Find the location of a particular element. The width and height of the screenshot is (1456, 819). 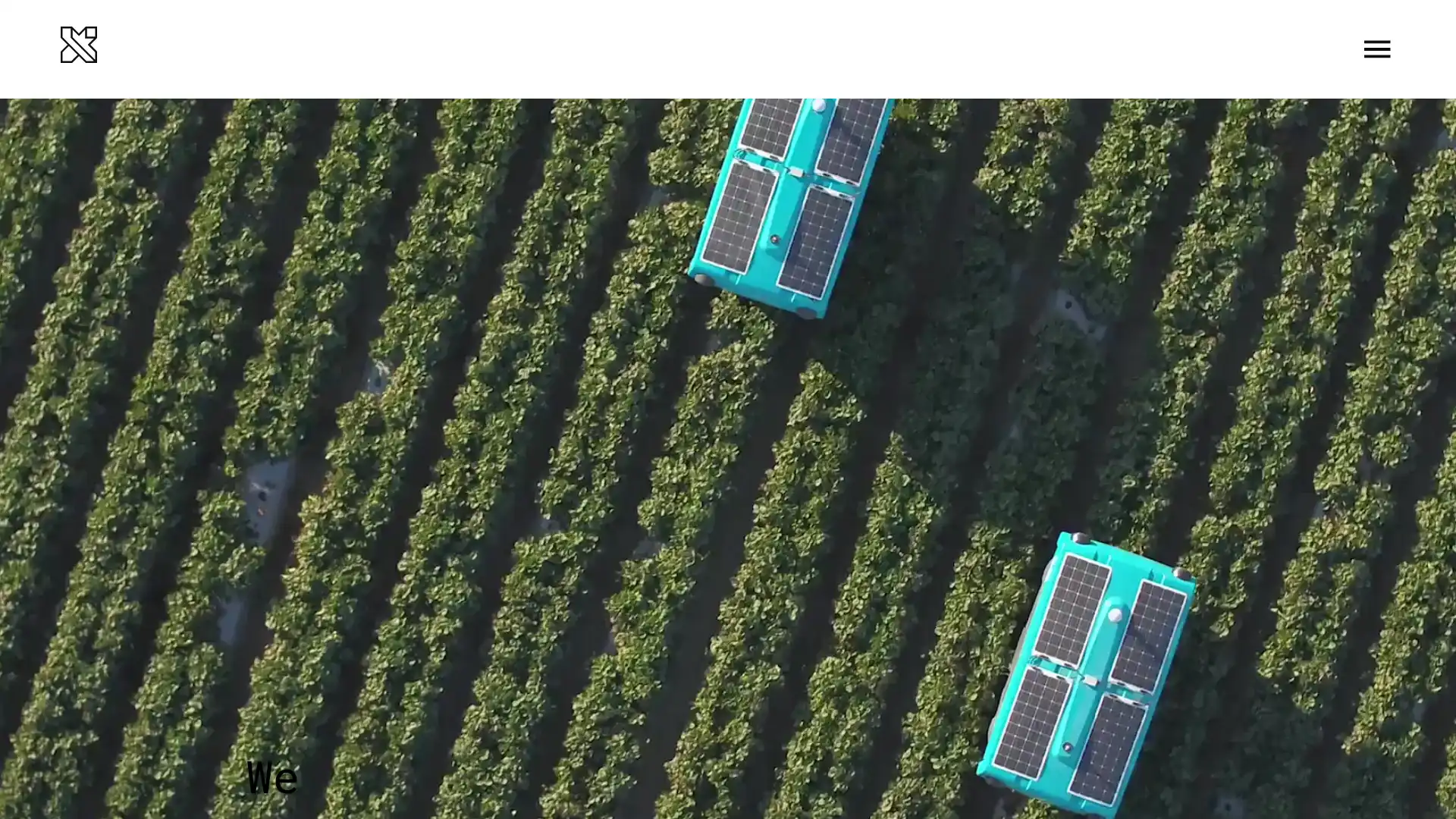

Helping out after disasters After devastating floods in Peru and Hurricane Maria in Puerto Rico, Project Loon flies in to provide basic connectivity and help people get access to vital information and basic communication tools. is located at coordinates (768, 413).